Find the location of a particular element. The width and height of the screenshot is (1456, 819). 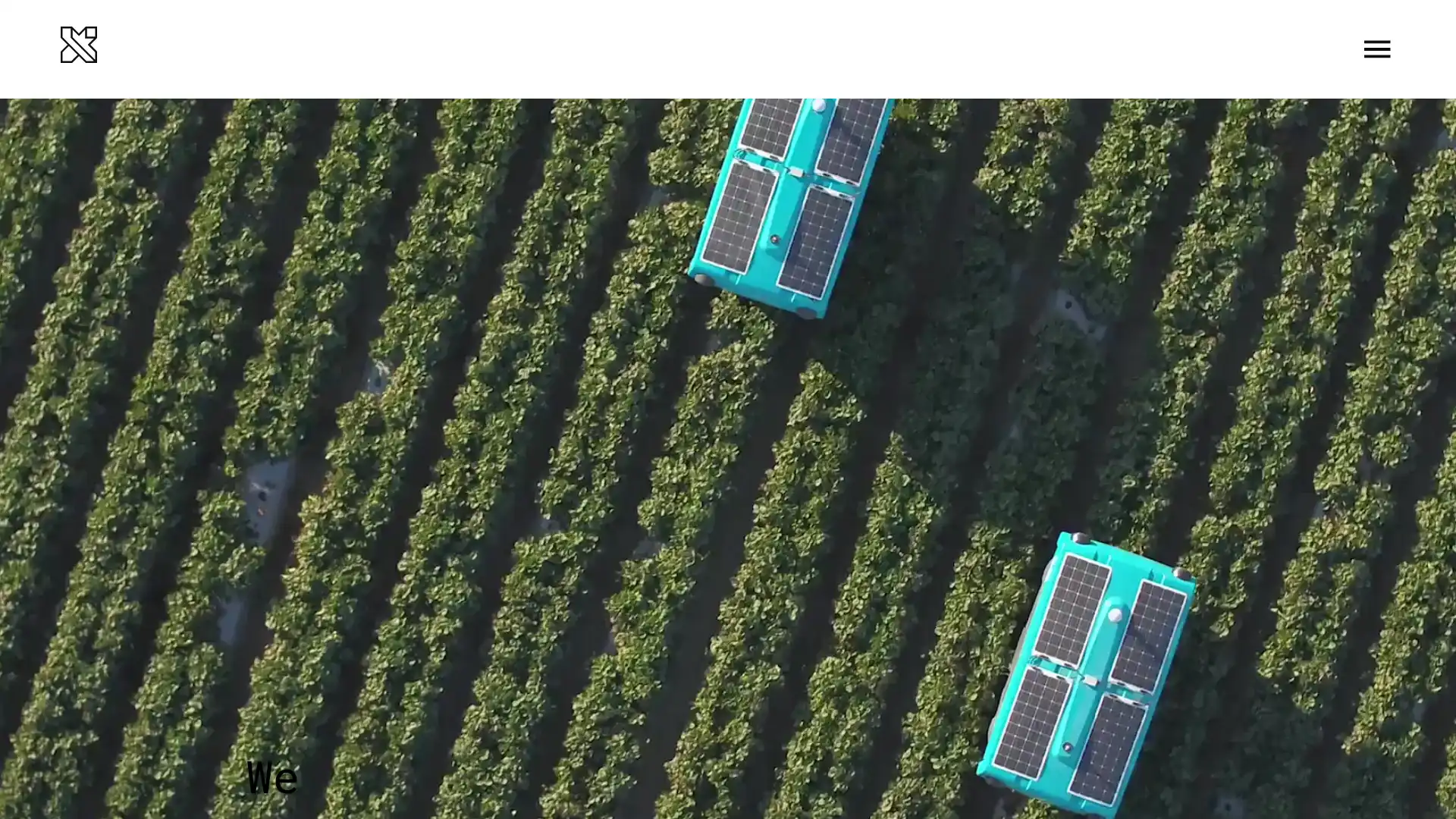

Helping out after disasters After devastating floods in Peru and Hurricane Maria in Puerto Rico, Project Loon flies in to provide basic connectivity and help people get access to vital information and basic communication tools. is located at coordinates (768, 413).